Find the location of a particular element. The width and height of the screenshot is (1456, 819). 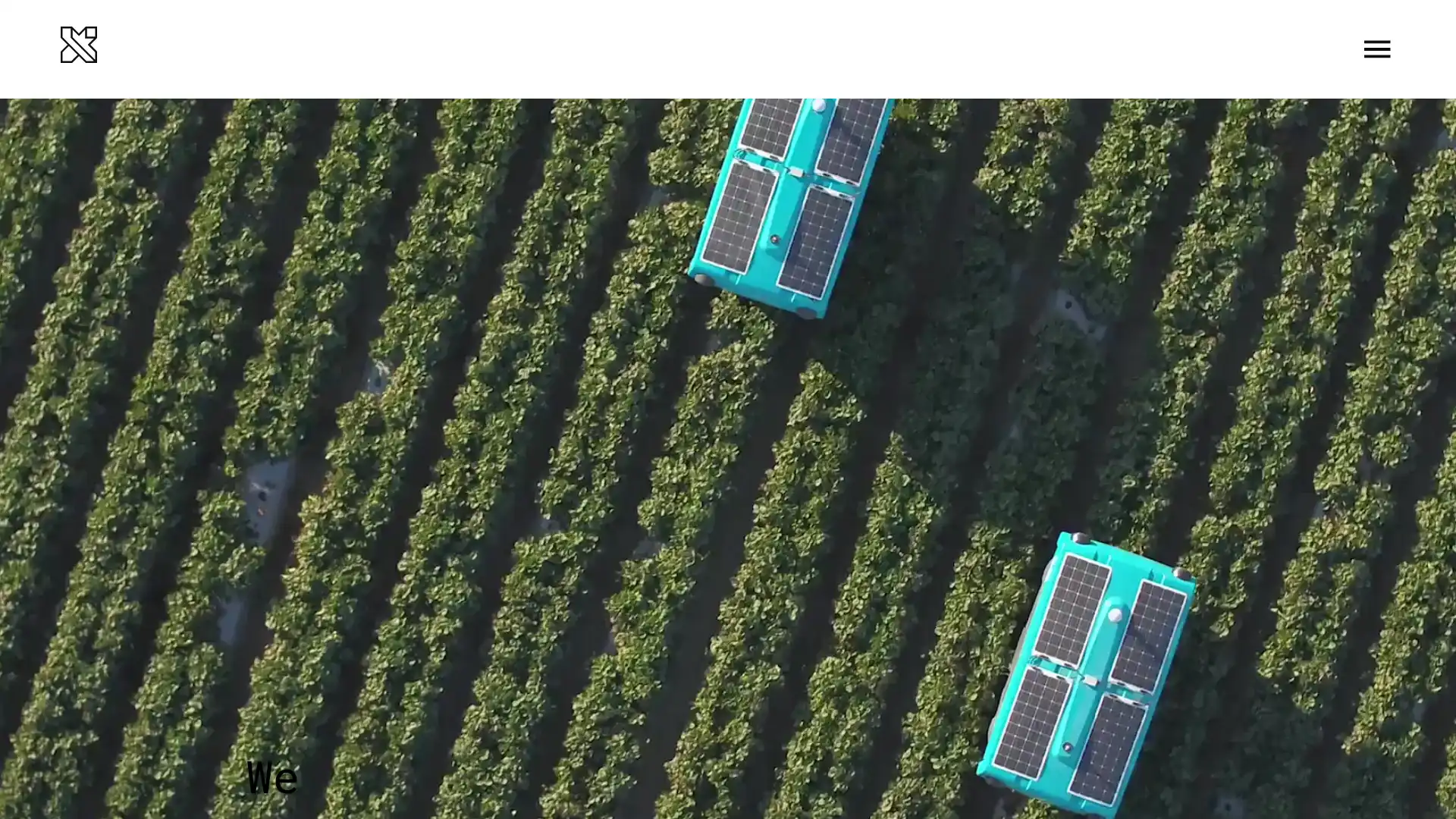

Helping out after disasters After devastating floods in Peru and Hurricane Maria in Puerto Rico, Project Loon flies in to provide basic connectivity and help people get access to vital information and basic communication tools. is located at coordinates (768, 413).